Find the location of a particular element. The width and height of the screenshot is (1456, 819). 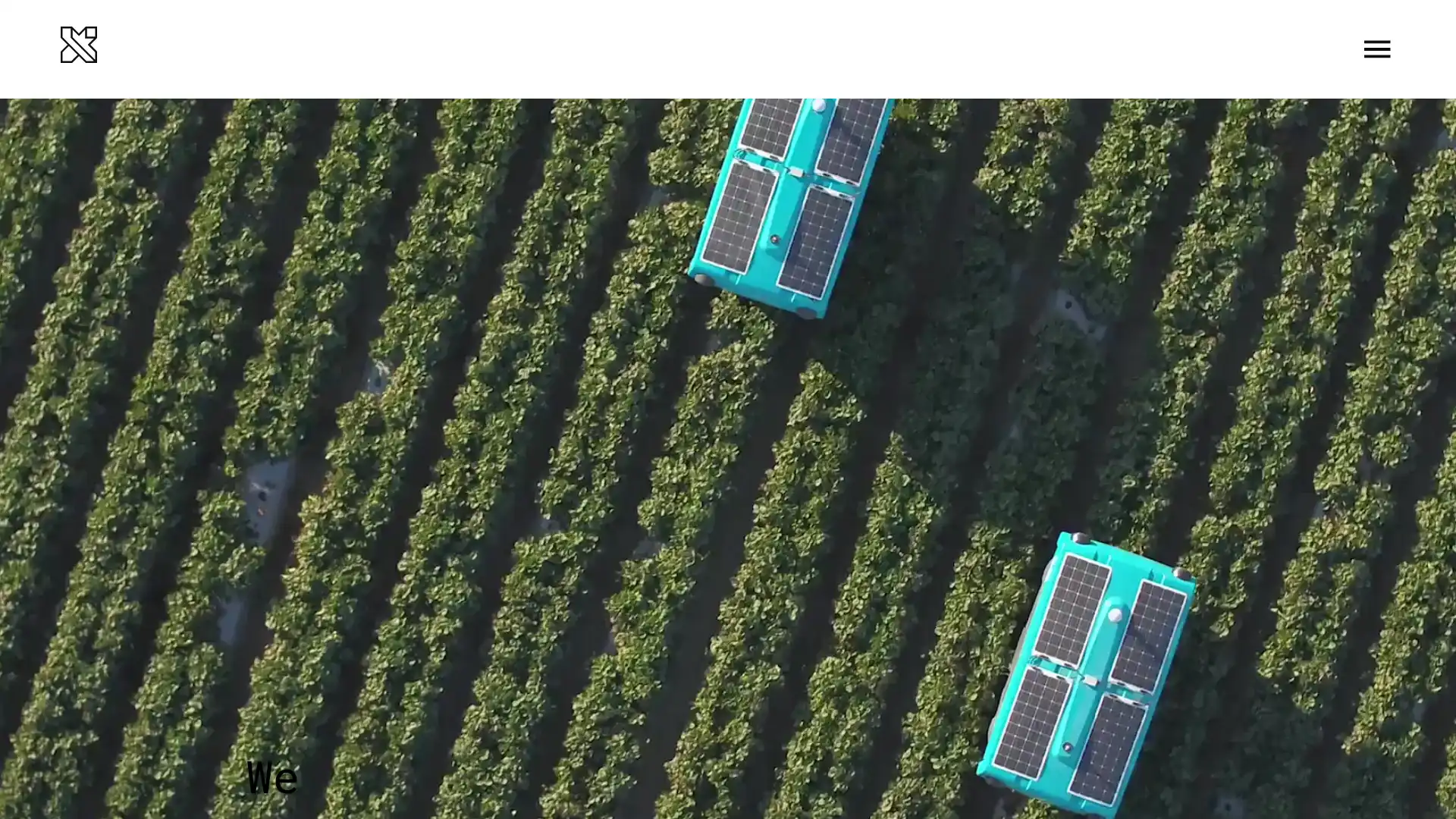

Helping out after disasters After devastating floods in Peru and Hurricane Maria in Puerto Rico, Project Loon flies in to provide basic connectivity and help people get access to vital information and basic communication tools. is located at coordinates (768, 413).